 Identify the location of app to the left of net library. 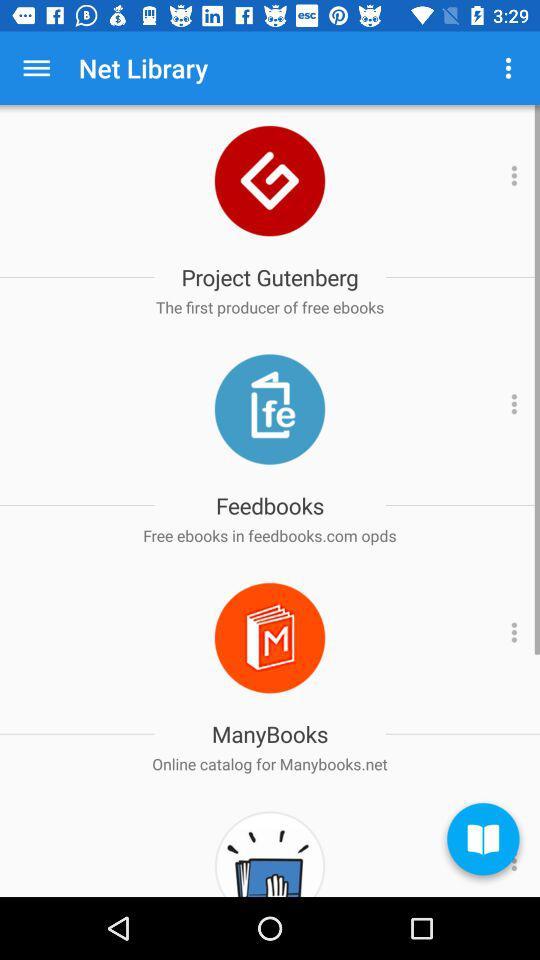
(36, 68).